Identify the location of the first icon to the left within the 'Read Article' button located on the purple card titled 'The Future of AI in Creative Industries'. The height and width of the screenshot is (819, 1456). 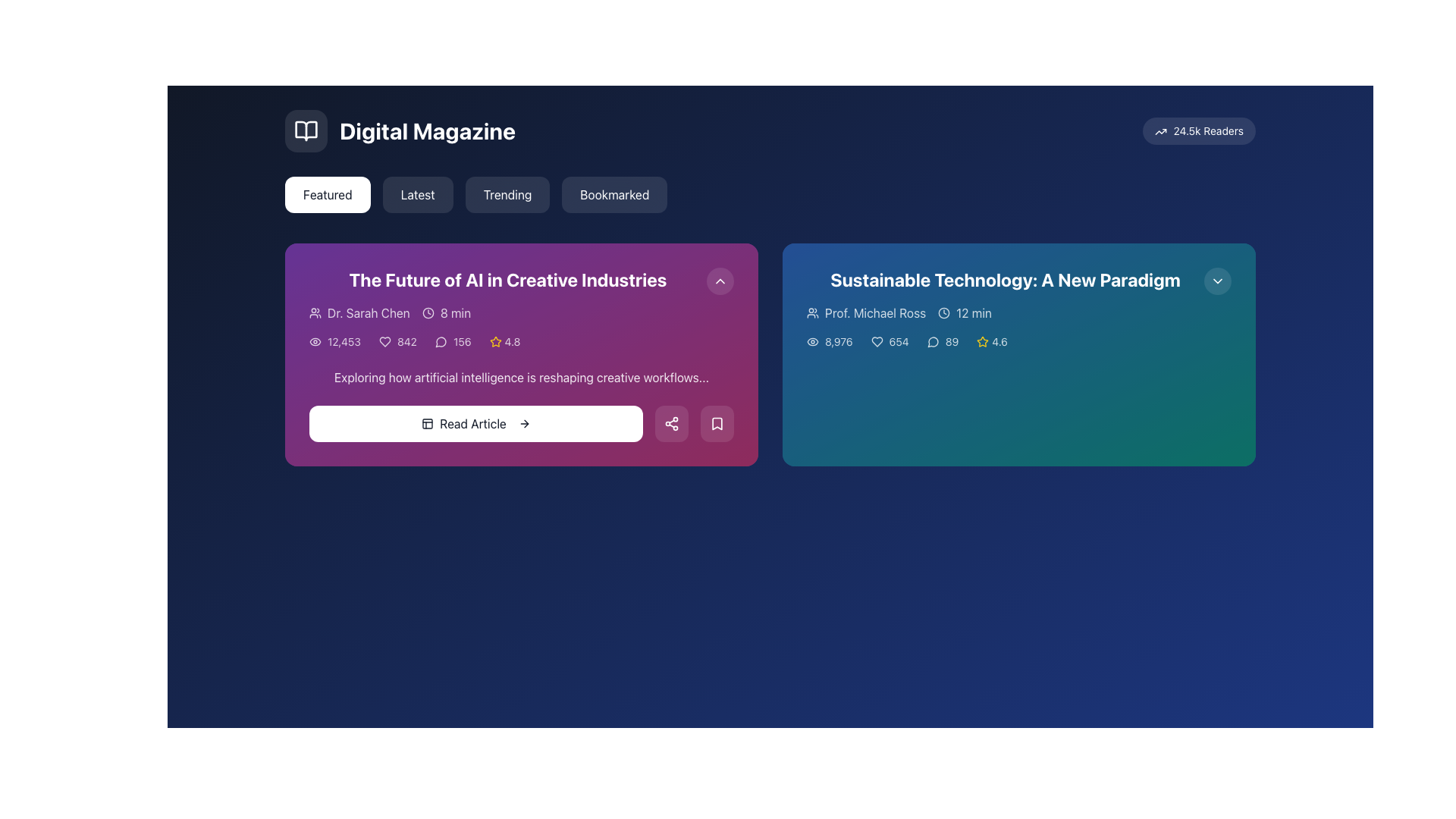
(427, 424).